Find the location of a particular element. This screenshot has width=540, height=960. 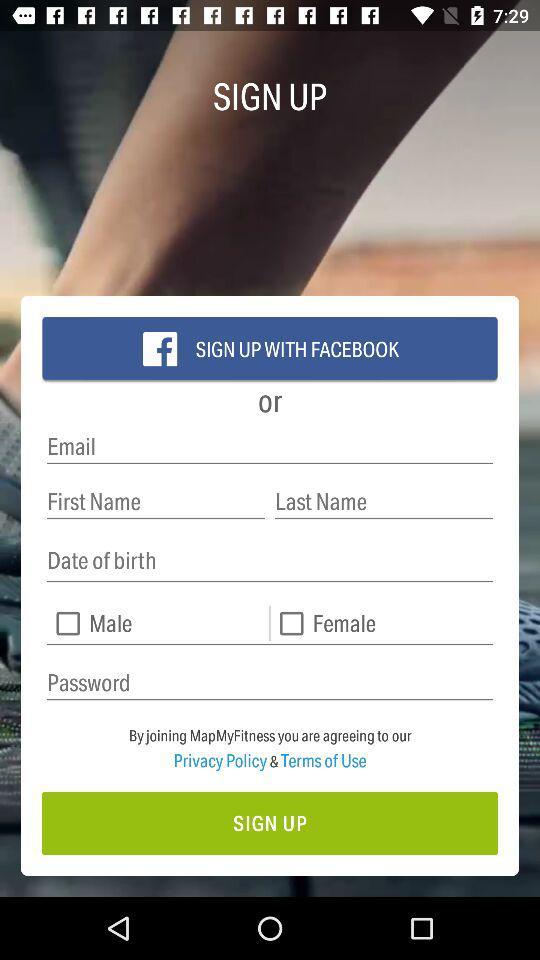

date of birth here is located at coordinates (270, 561).